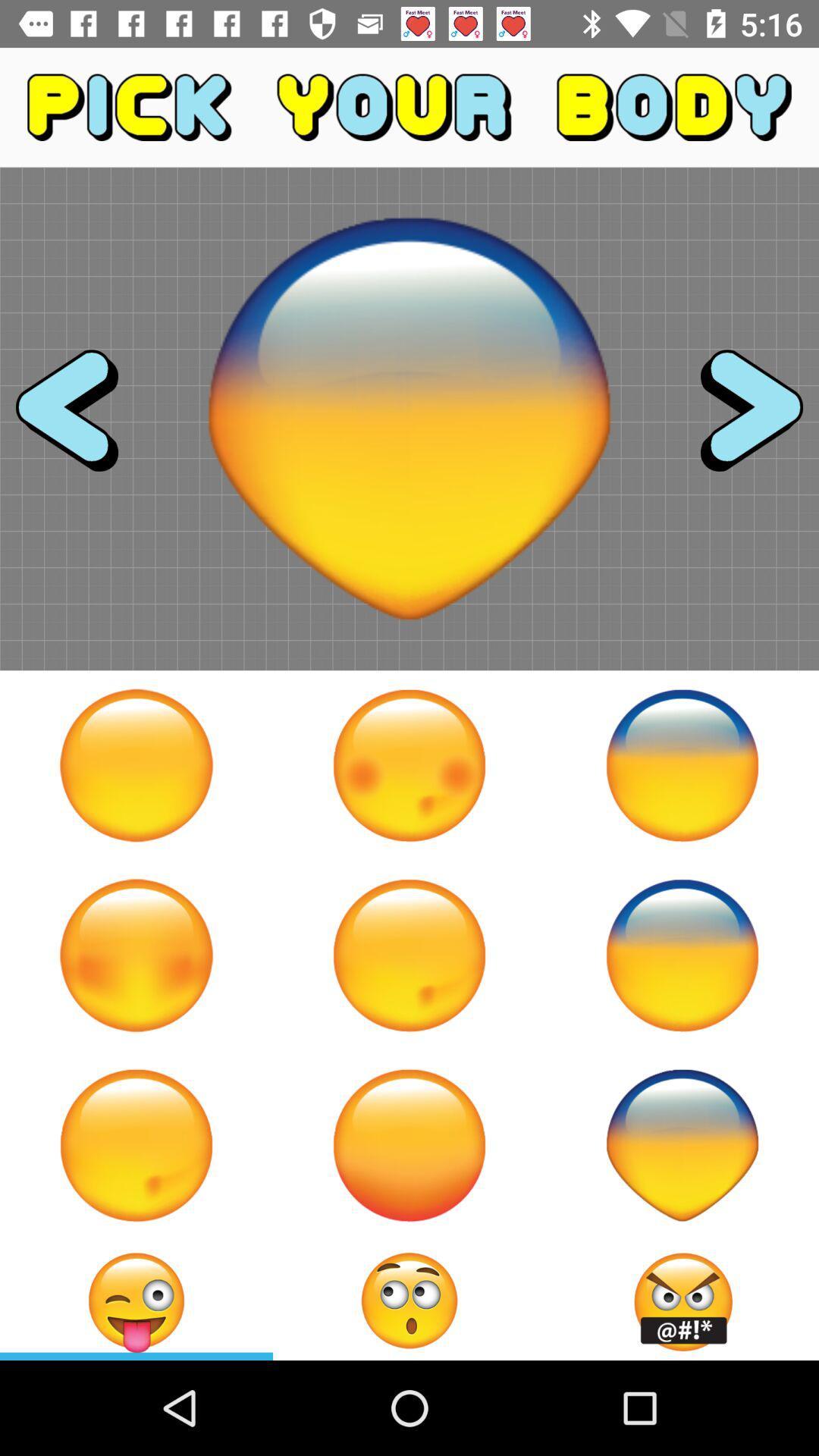 This screenshot has width=819, height=1456. What do you see at coordinates (80, 419) in the screenshot?
I see `swipe left` at bounding box center [80, 419].